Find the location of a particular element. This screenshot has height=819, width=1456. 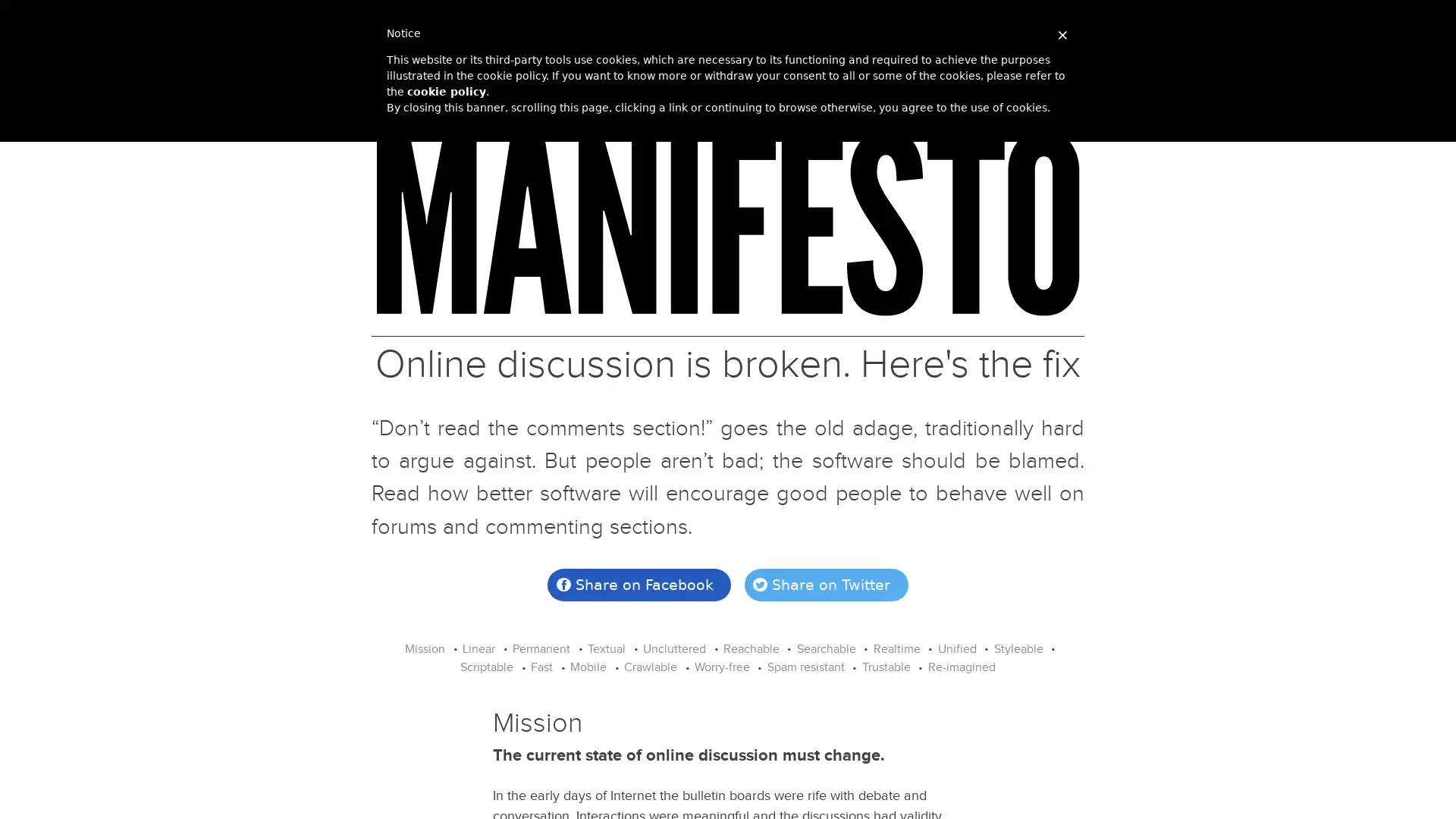

T Share on Twitter is located at coordinates (825, 584).